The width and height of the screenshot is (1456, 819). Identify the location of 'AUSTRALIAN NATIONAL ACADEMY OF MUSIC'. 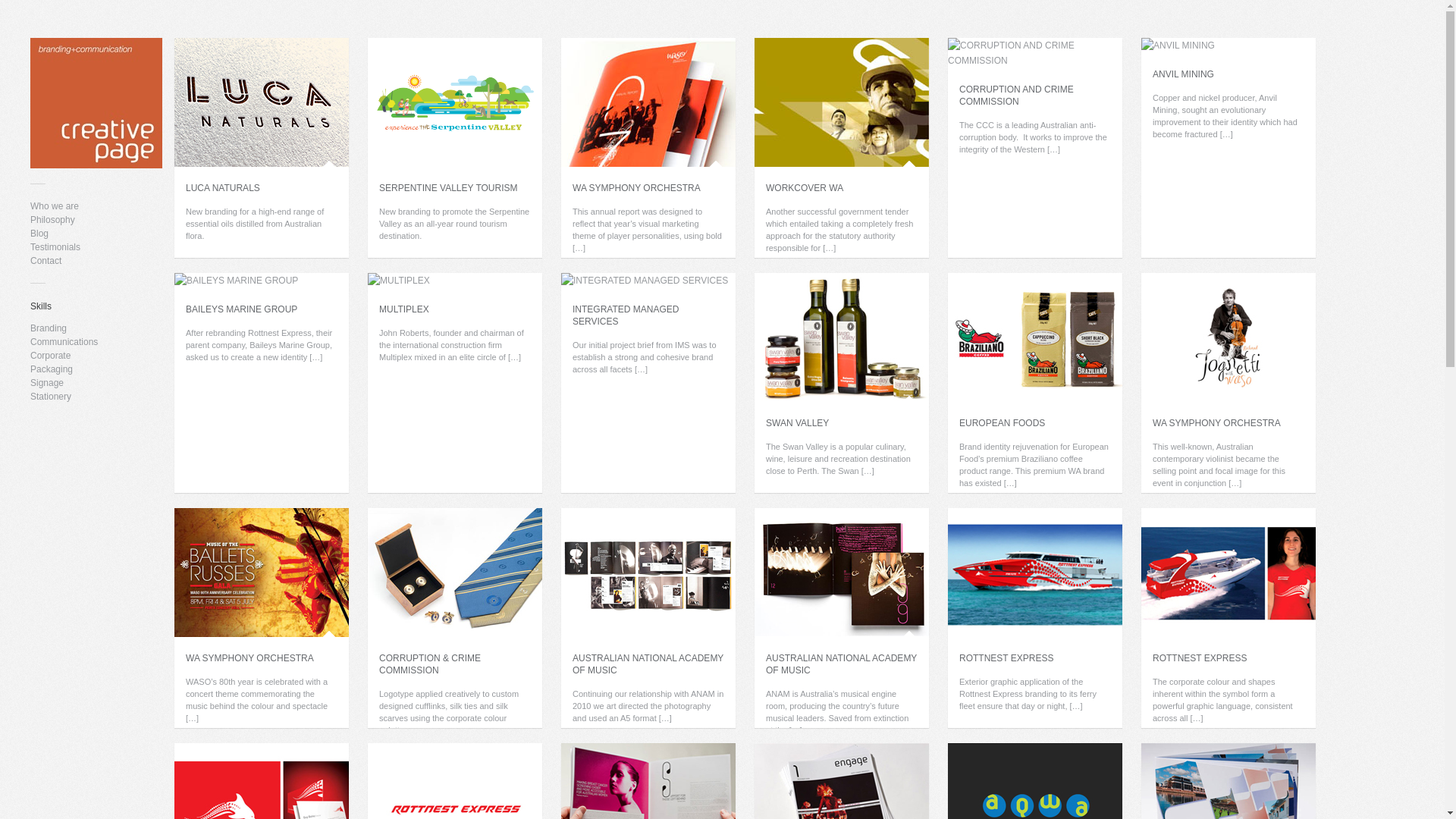
(840, 663).